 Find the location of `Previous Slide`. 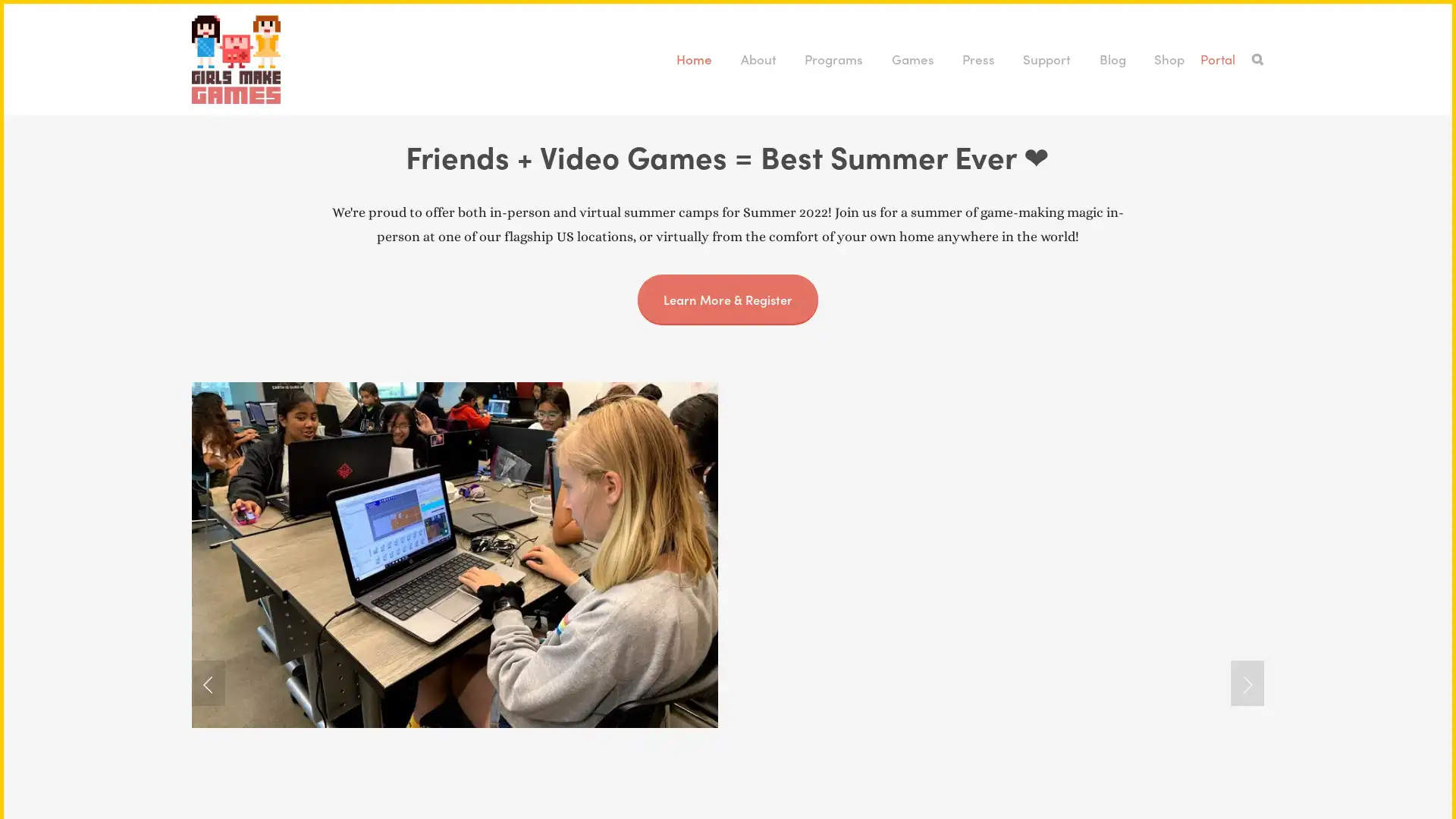

Previous Slide is located at coordinates (207, 683).